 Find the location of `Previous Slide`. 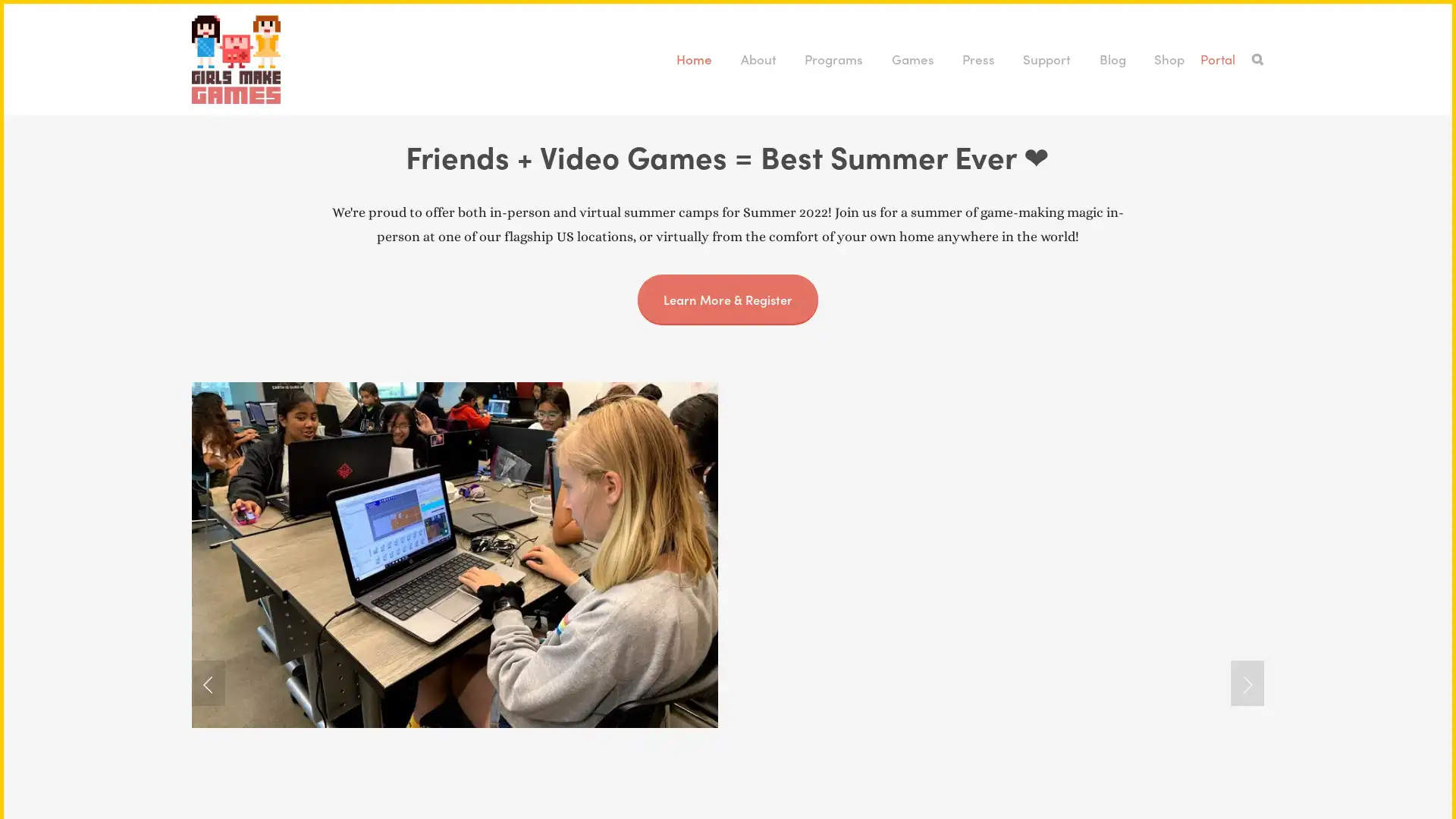

Previous Slide is located at coordinates (207, 683).